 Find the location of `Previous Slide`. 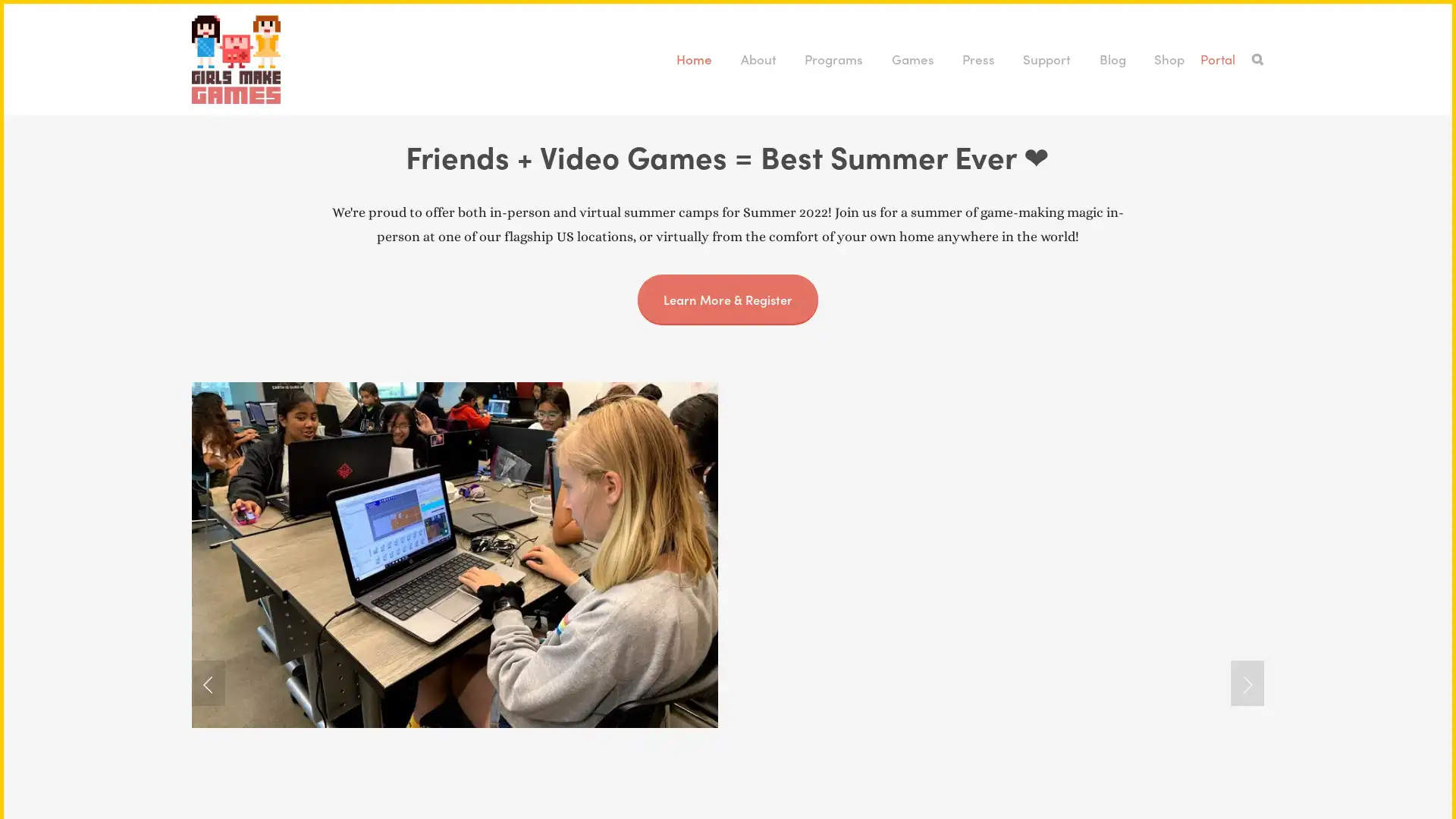

Previous Slide is located at coordinates (207, 683).